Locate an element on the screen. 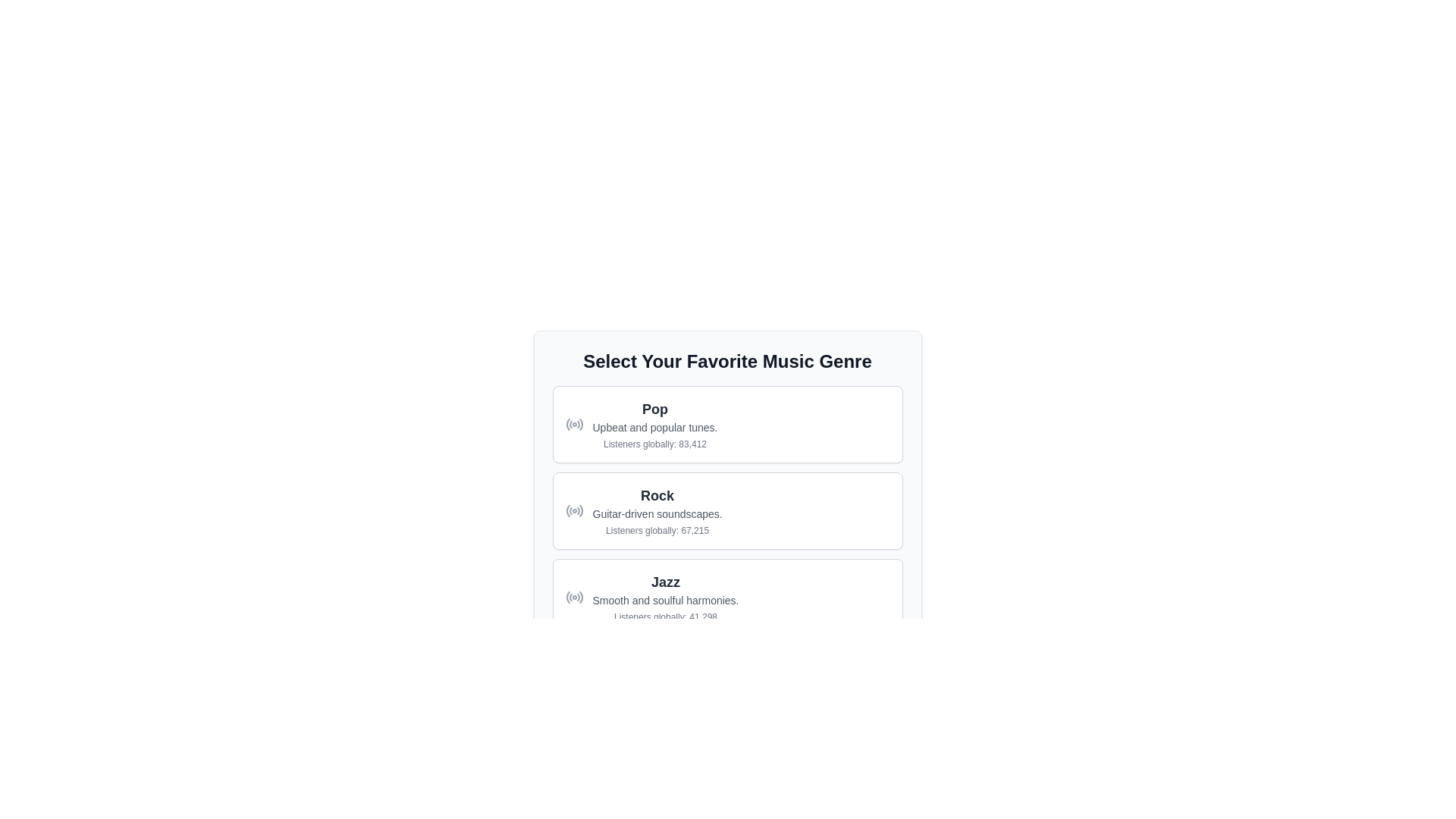  the Text Label that indicates the number of global listeners for the 'Pop' genre, located below the description 'Upbeat and popular tunes.' is located at coordinates (655, 444).